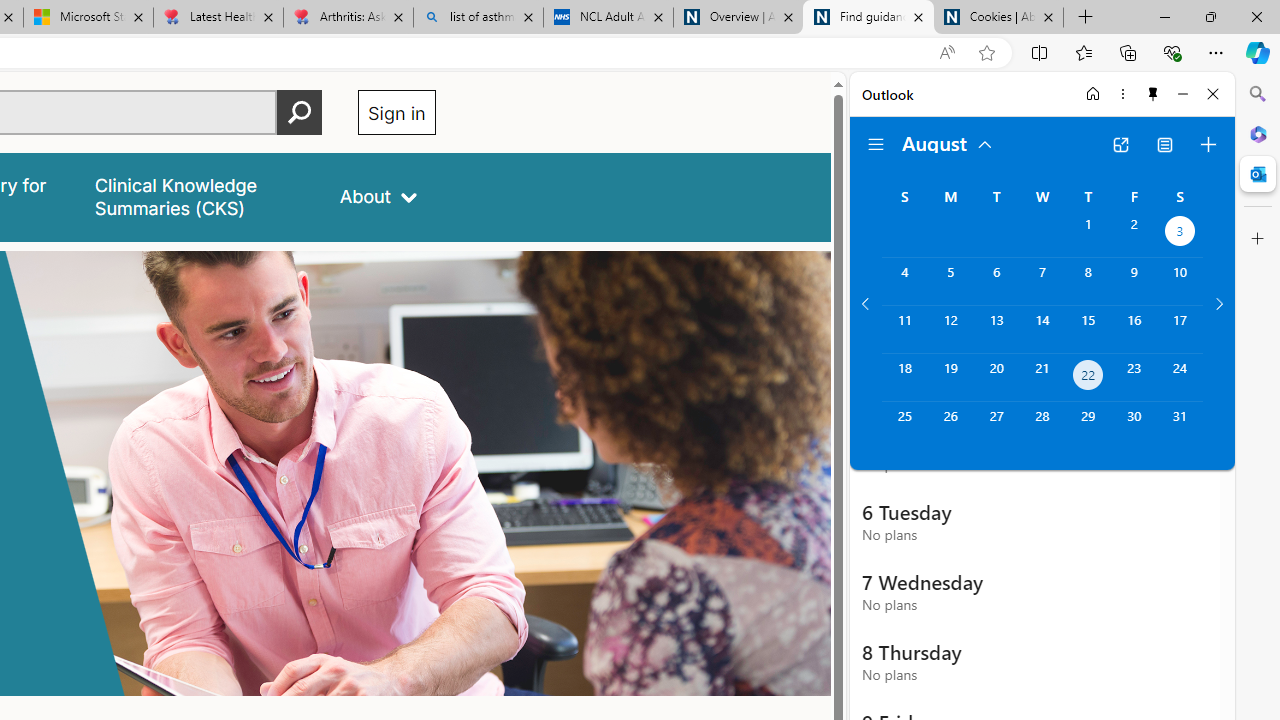  What do you see at coordinates (1134, 377) in the screenshot?
I see `'Friday, August 23, 2024. '` at bounding box center [1134, 377].